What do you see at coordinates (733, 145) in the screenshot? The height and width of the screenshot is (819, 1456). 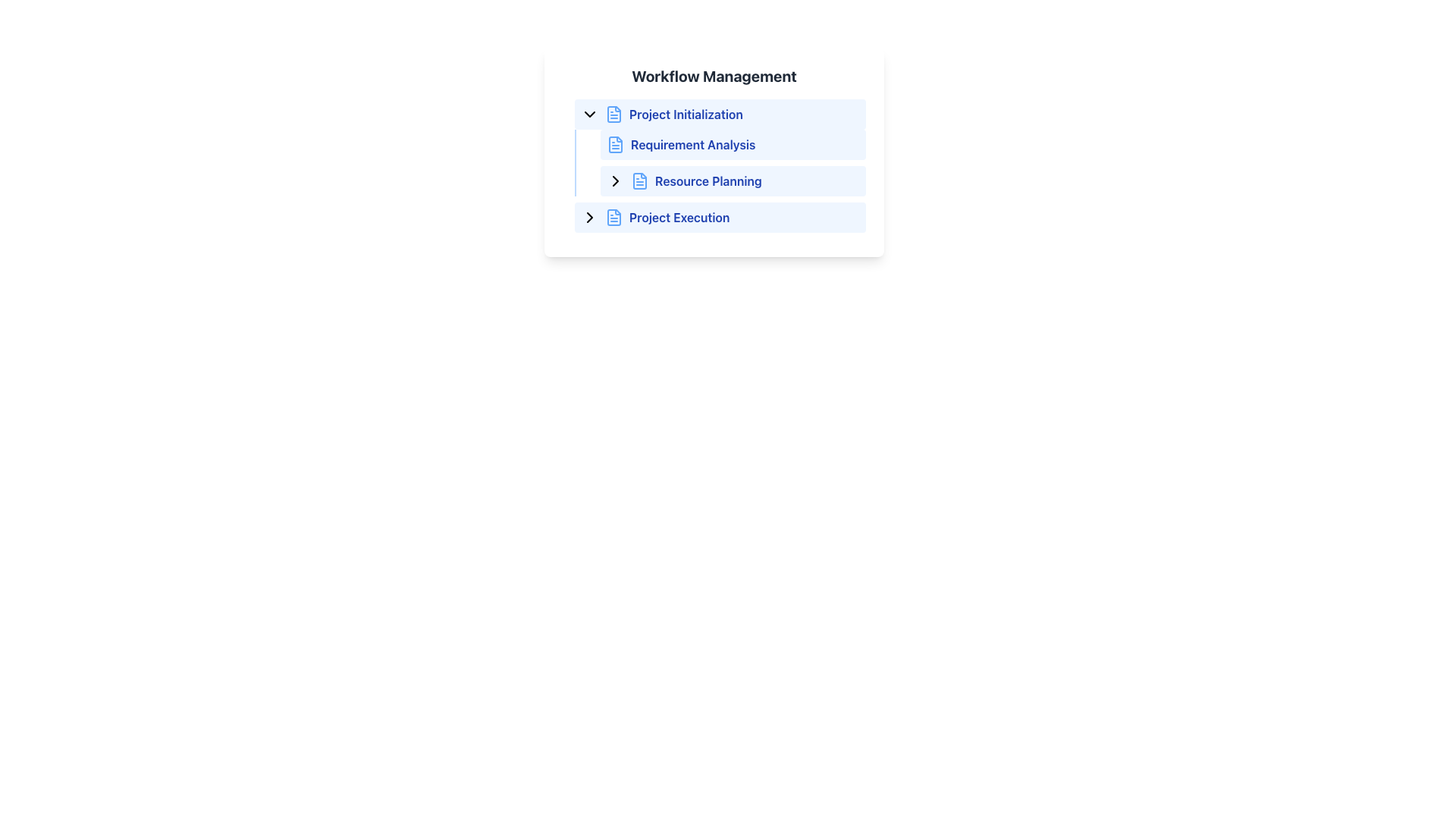 I see `the 'Requirement Analysis' label, which is the second item under the 'Workflow Management' heading in the vertical list` at bounding box center [733, 145].